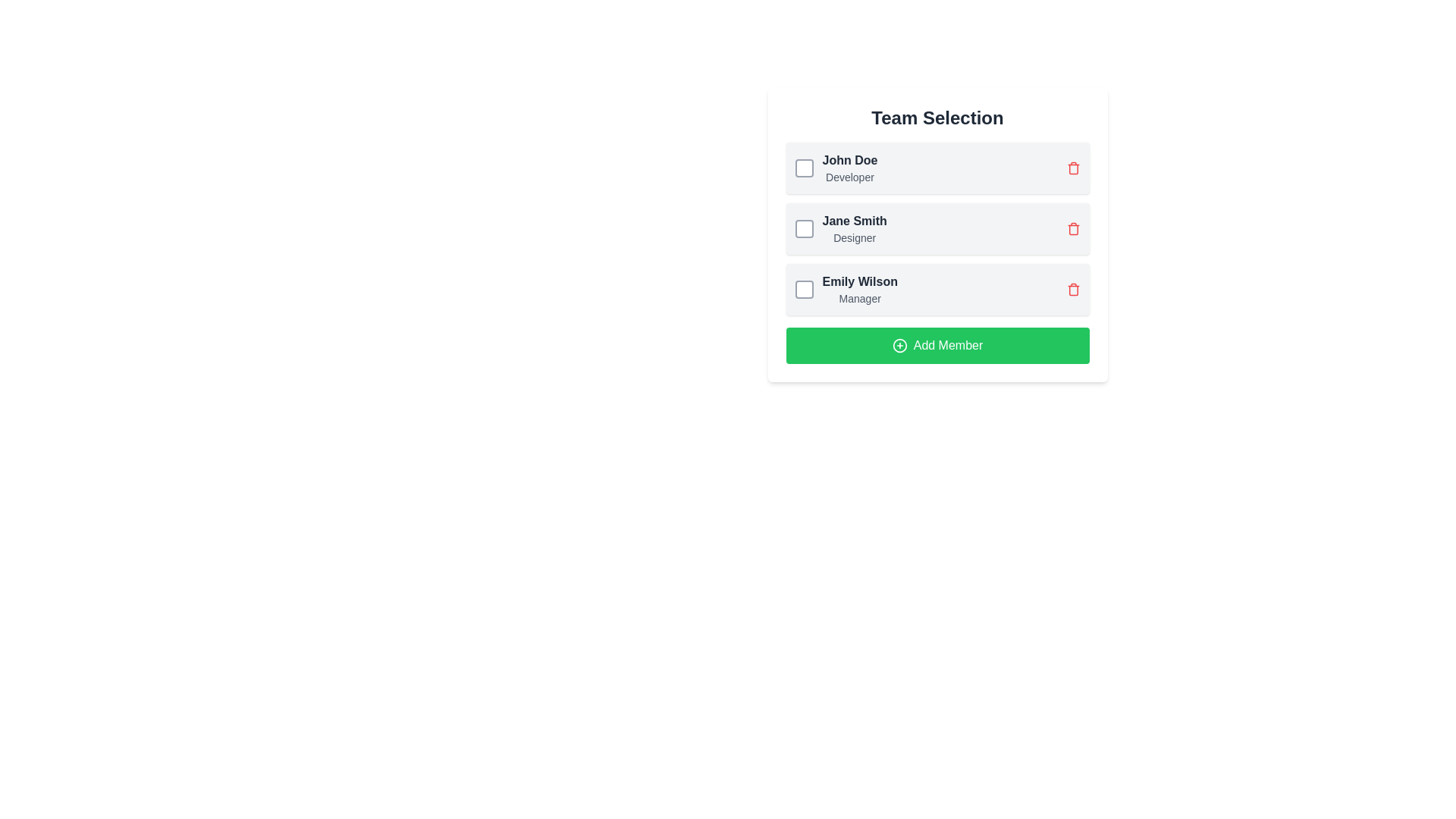  What do you see at coordinates (860, 289) in the screenshot?
I see `the label displaying 'Emily Wilson' and 'Manager' which is located in the third row of a list, adjacent to a checkbox and a delete icon` at bounding box center [860, 289].